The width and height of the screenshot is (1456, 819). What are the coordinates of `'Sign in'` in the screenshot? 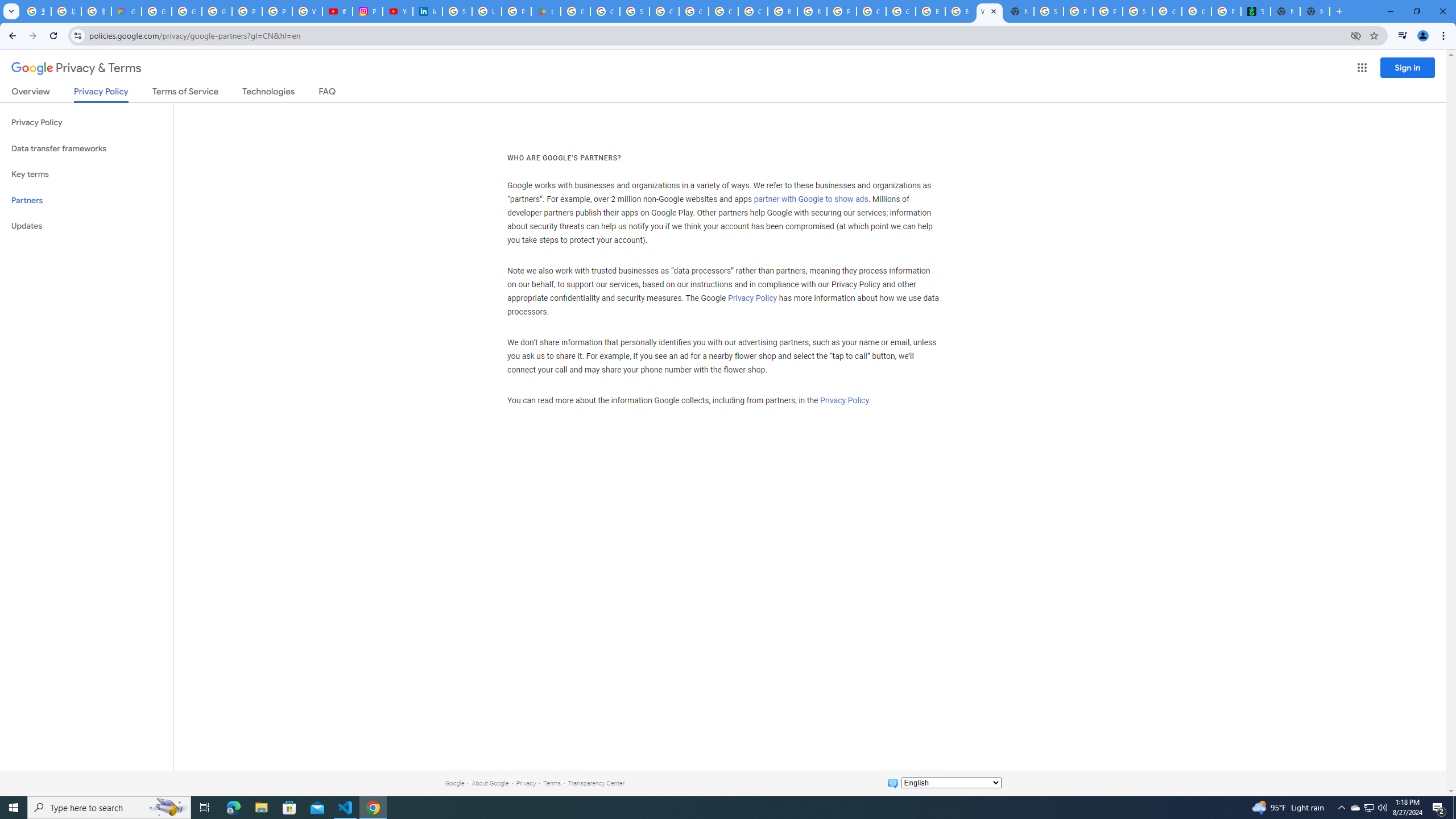 It's located at (1407, 67).